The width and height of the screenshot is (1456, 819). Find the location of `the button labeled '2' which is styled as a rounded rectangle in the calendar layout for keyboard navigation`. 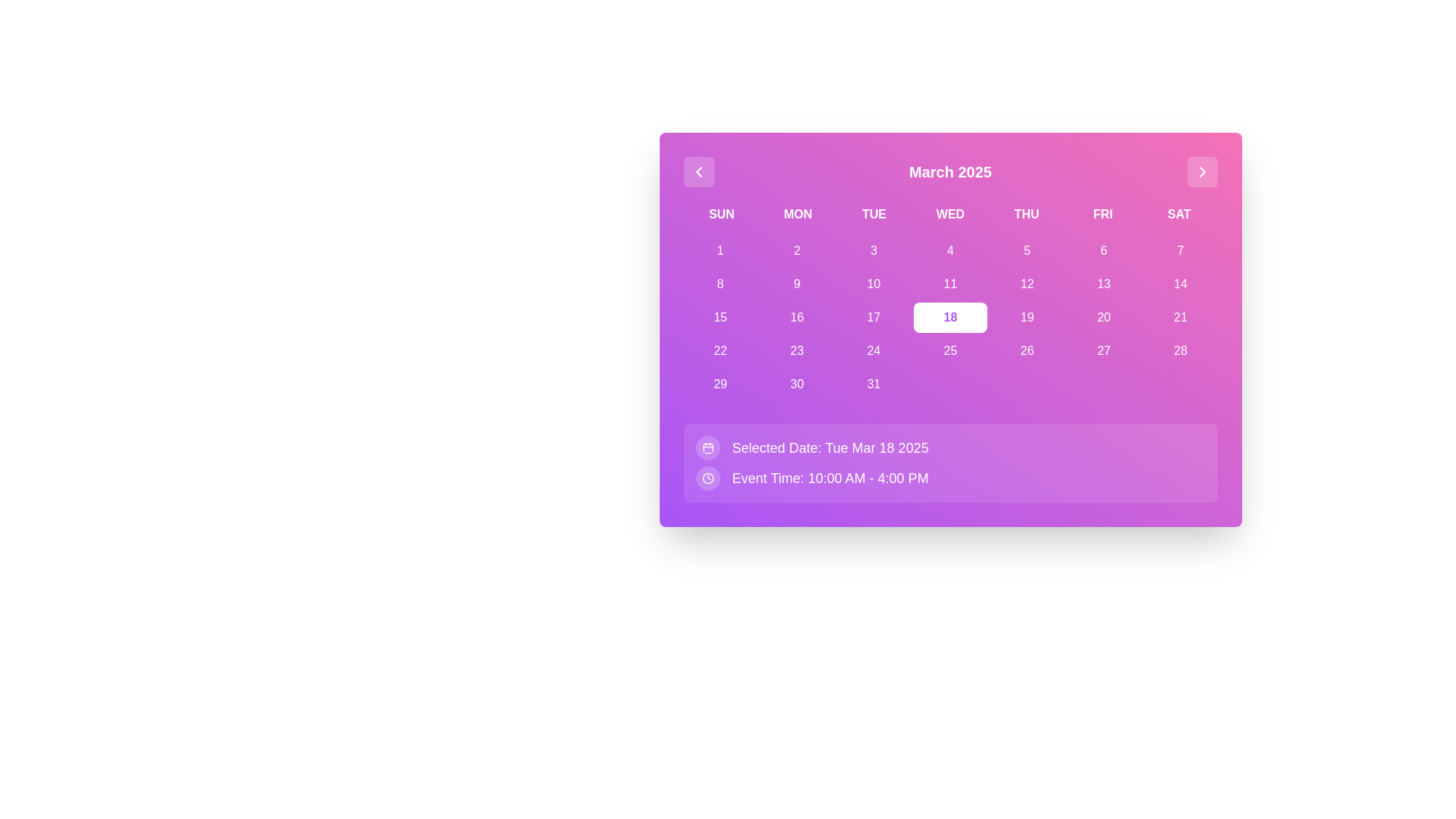

the button labeled '2' which is styled as a rounded rectangle in the calendar layout for keyboard navigation is located at coordinates (796, 250).